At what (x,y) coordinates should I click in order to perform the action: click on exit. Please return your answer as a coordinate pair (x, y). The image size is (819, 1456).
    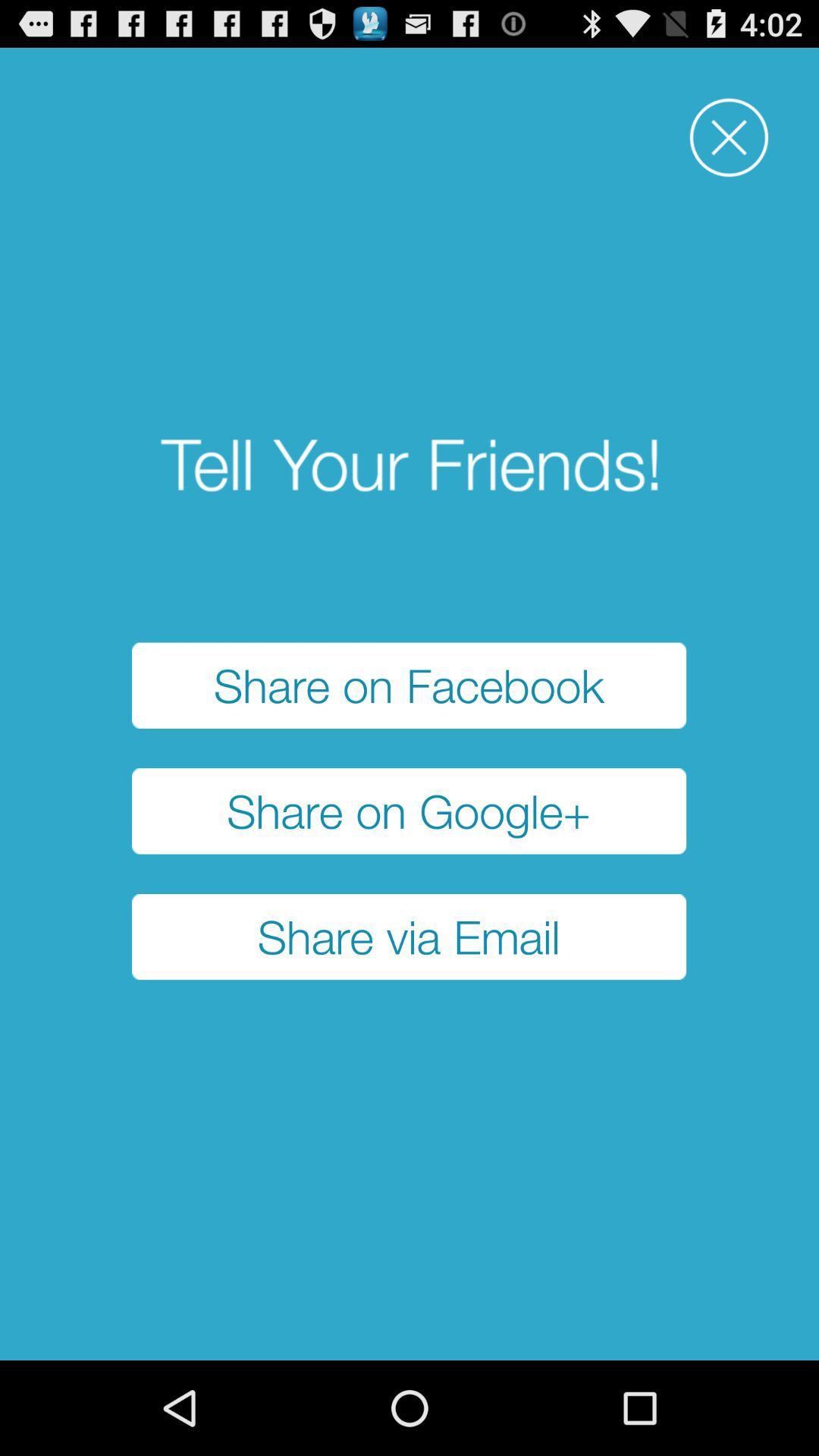
    Looking at the image, I should click on (728, 137).